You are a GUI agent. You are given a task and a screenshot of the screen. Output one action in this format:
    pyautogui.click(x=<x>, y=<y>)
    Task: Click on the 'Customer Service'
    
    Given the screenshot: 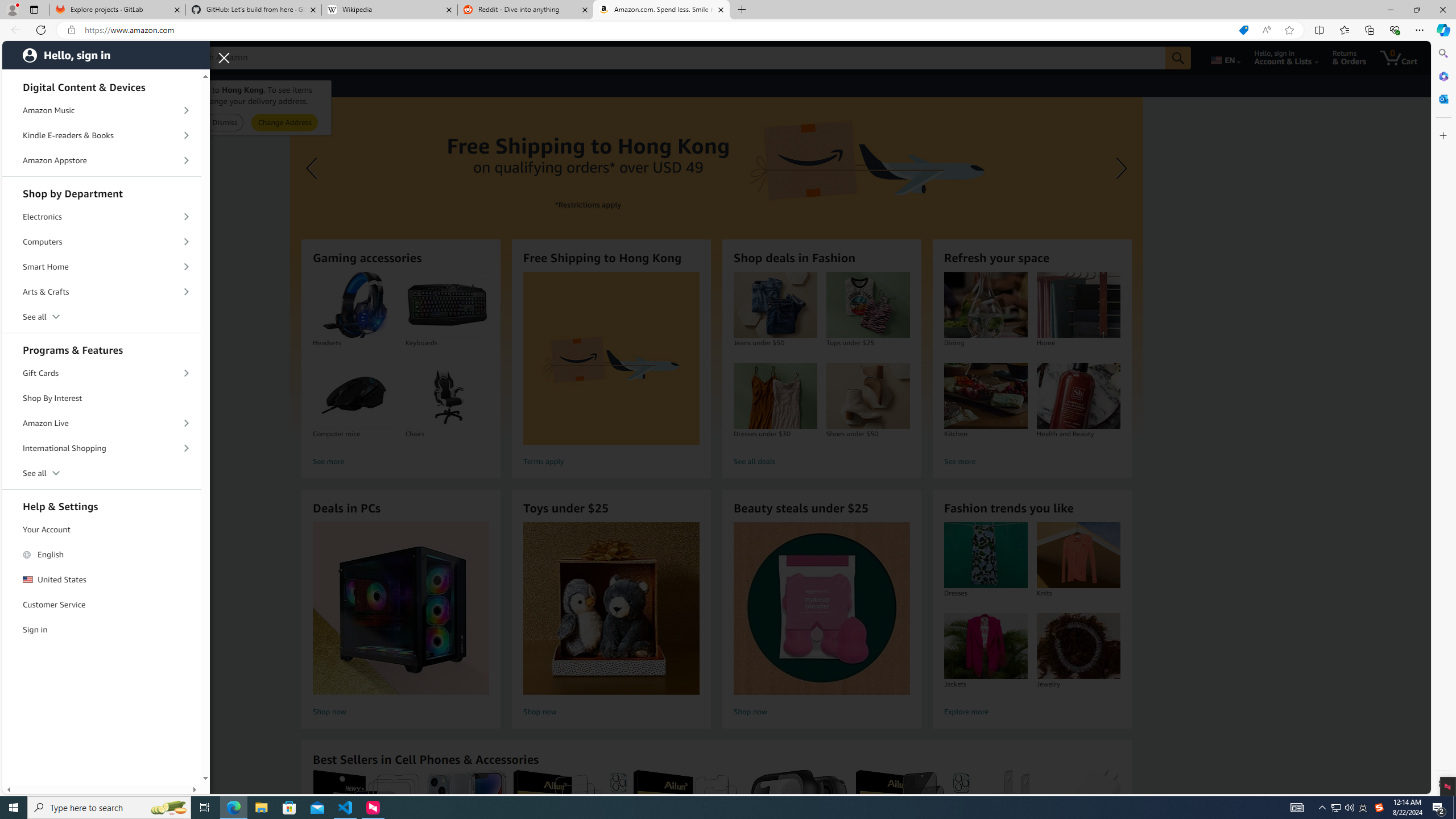 What is the action you would take?
    pyautogui.click(x=102, y=604)
    